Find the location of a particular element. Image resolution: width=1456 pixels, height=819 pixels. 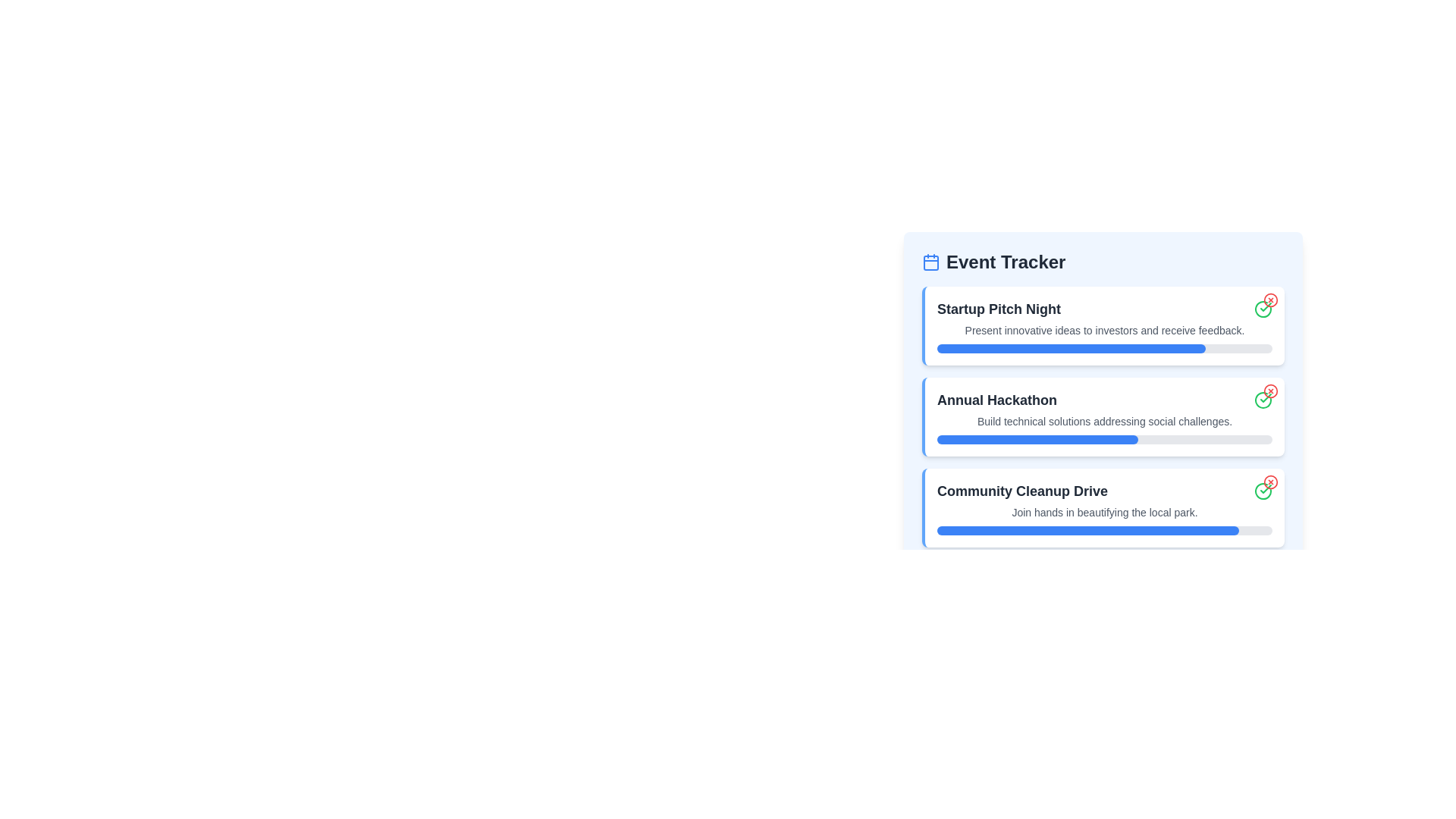

the circular outline icon representing the cancel or close functionality located at the top-right corner of the 'Annual Hackathon' card is located at coordinates (1270, 390).